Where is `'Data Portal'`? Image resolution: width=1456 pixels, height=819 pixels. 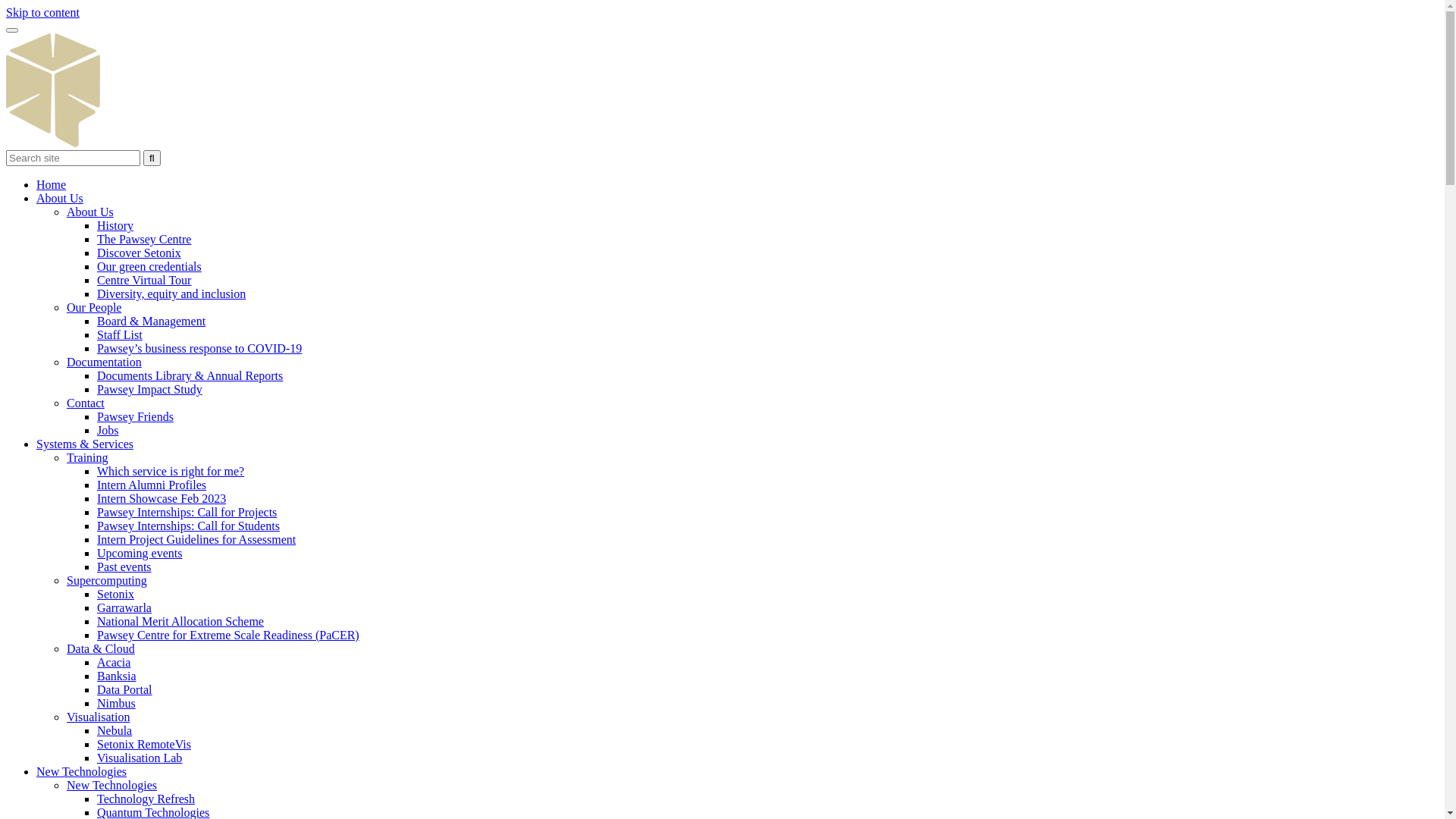 'Data Portal' is located at coordinates (124, 689).